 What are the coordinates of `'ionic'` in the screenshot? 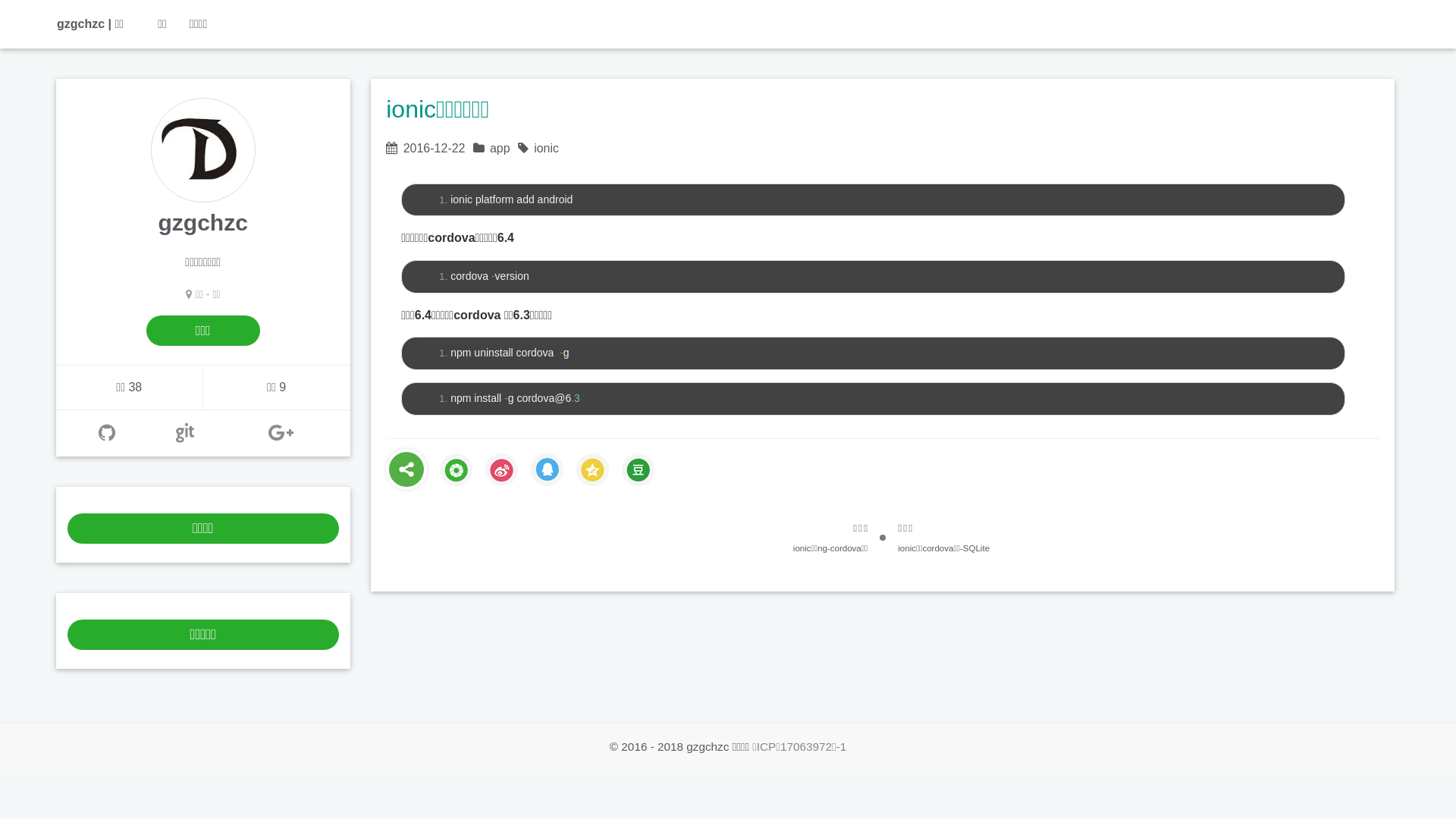 It's located at (534, 148).